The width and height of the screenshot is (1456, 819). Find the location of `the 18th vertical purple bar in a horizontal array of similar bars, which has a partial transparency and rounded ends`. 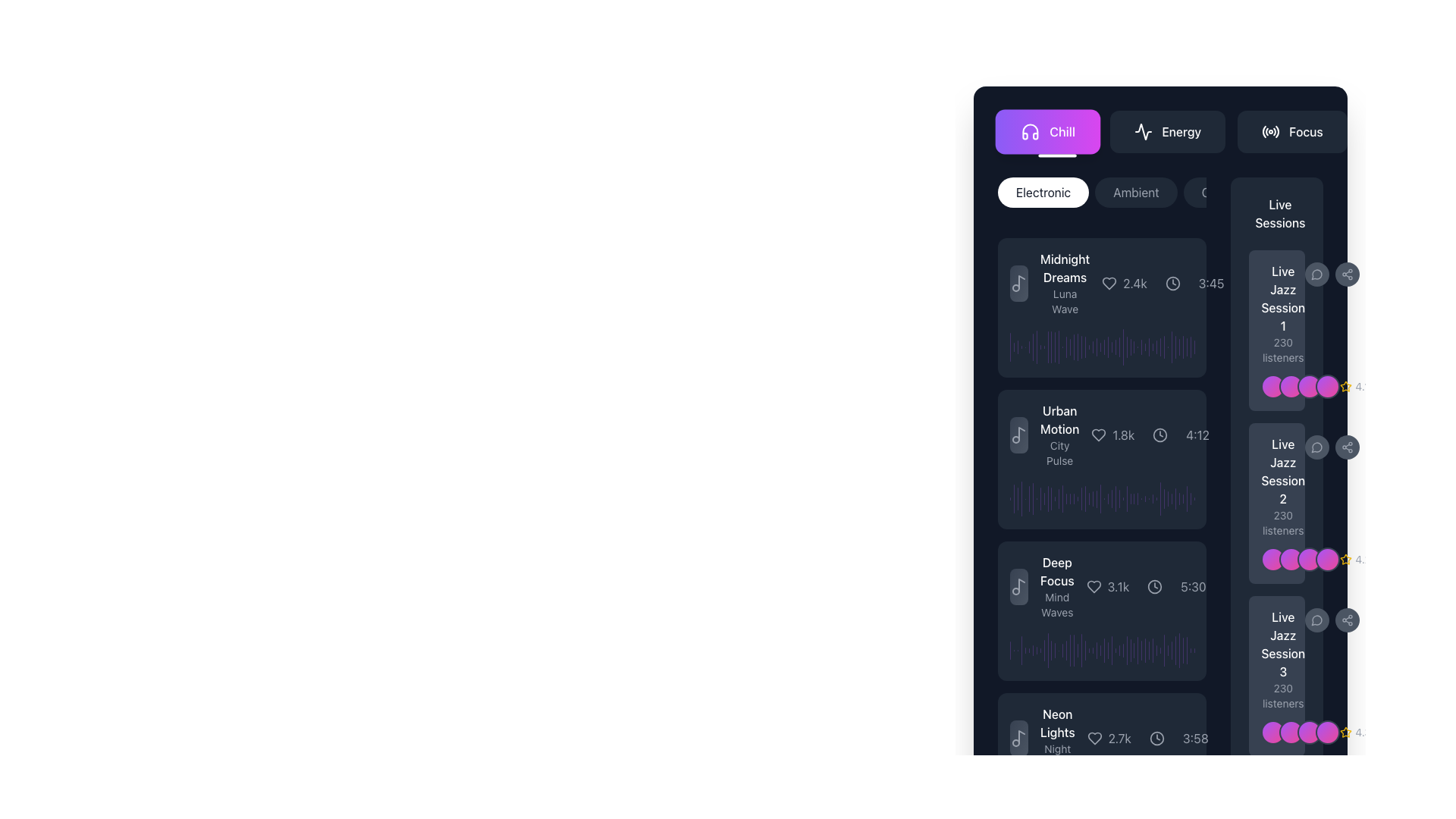

the 18th vertical purple bar in a horizontal array of similar bars, which has a partial transparency and rounded ends is located at coordinates (1073, 649).